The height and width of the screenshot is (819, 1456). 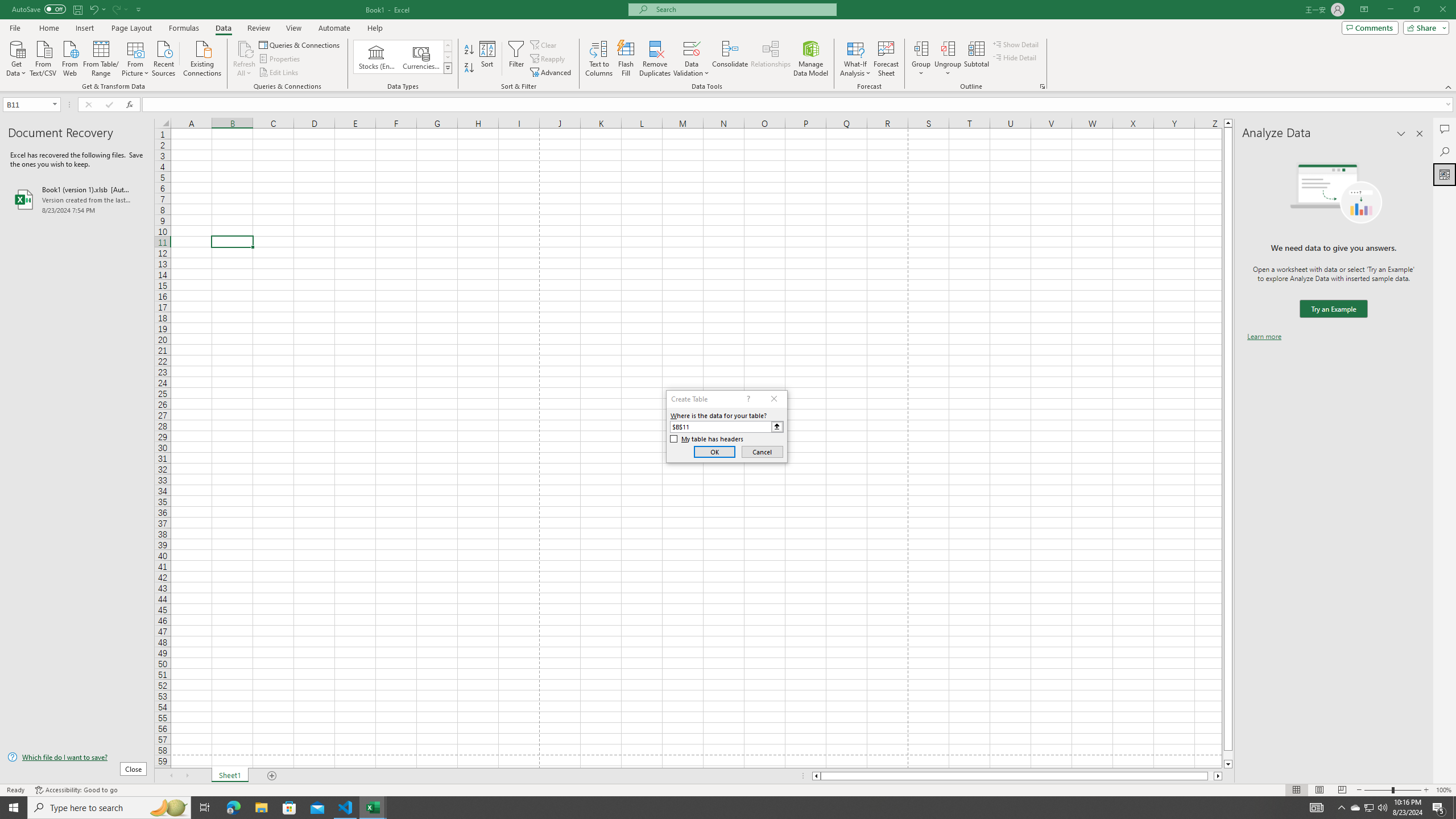 I want to click on 'Search', so click(x=1444, y=152).